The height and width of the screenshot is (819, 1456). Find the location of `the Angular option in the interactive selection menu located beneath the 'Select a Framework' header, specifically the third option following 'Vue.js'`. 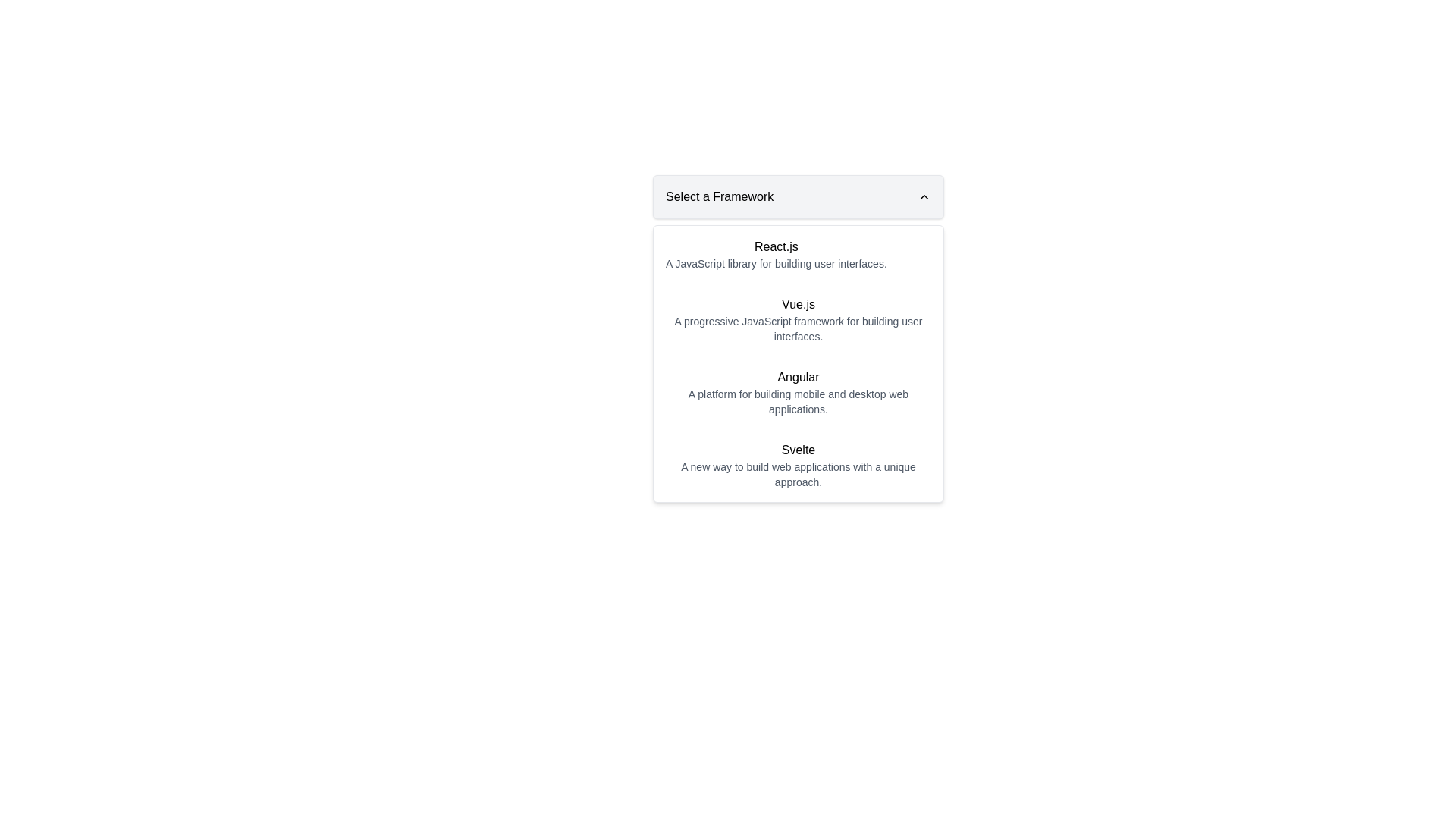

the Angular option in the interactive selection menu located beneath the 'Select a Framework' header, specifically the third option following 'Vue.js' is located at coordinates (797, 363).